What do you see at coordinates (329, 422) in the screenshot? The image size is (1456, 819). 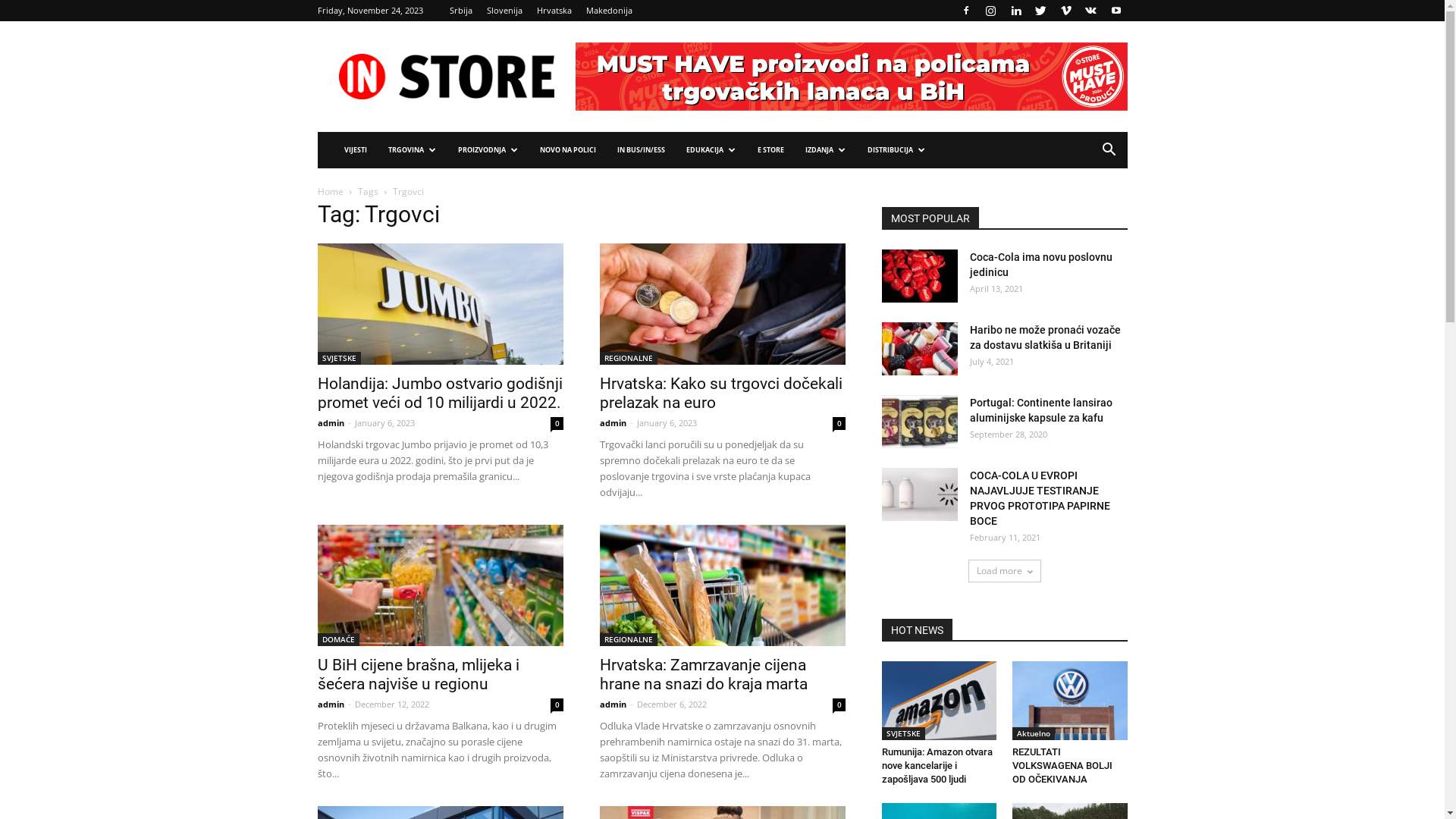 I see `'admin'` at bounding box center [329, 422].